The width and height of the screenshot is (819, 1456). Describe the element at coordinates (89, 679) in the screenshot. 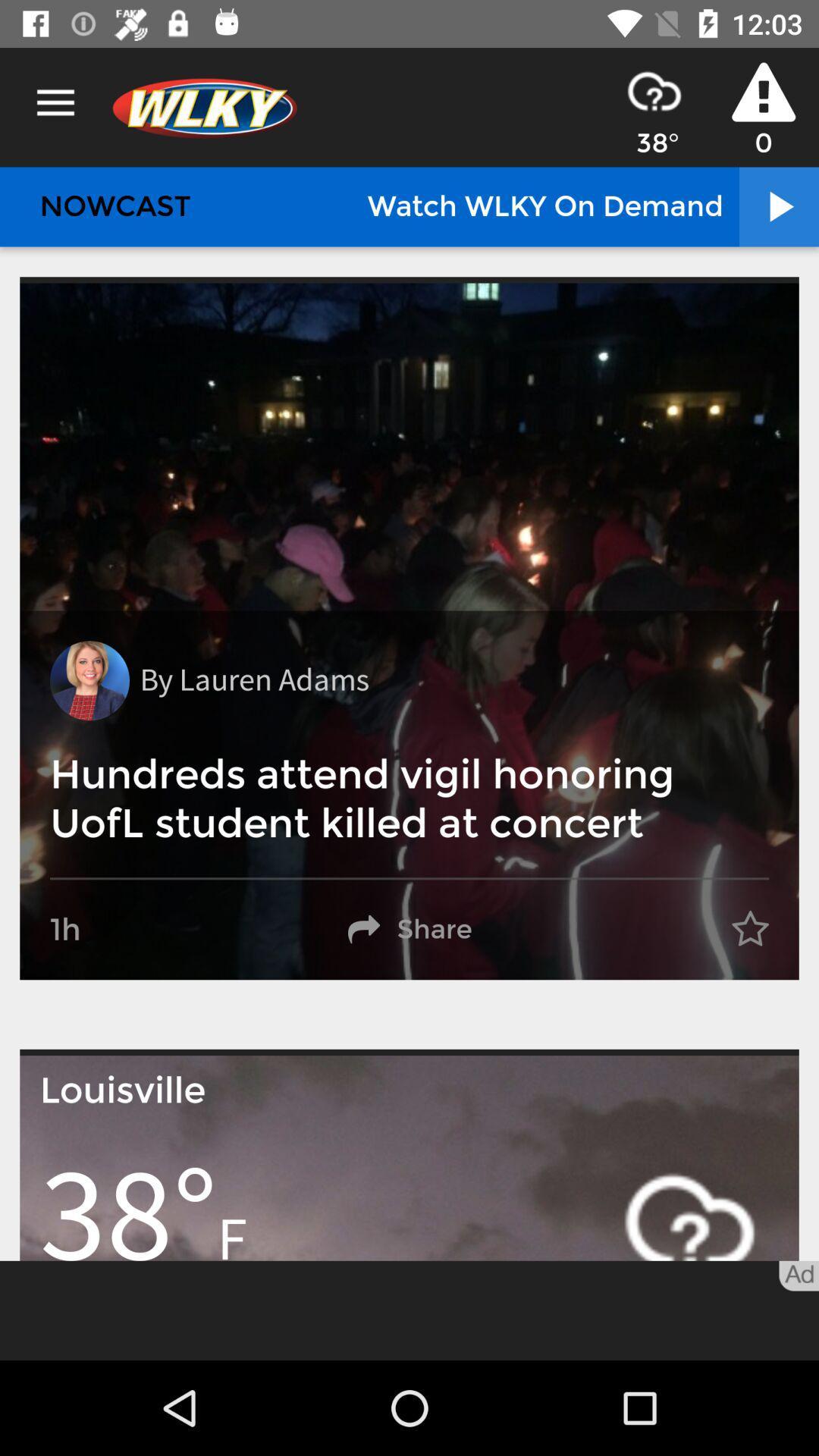

I see `the icon to the left of by lauren adams` at that location.